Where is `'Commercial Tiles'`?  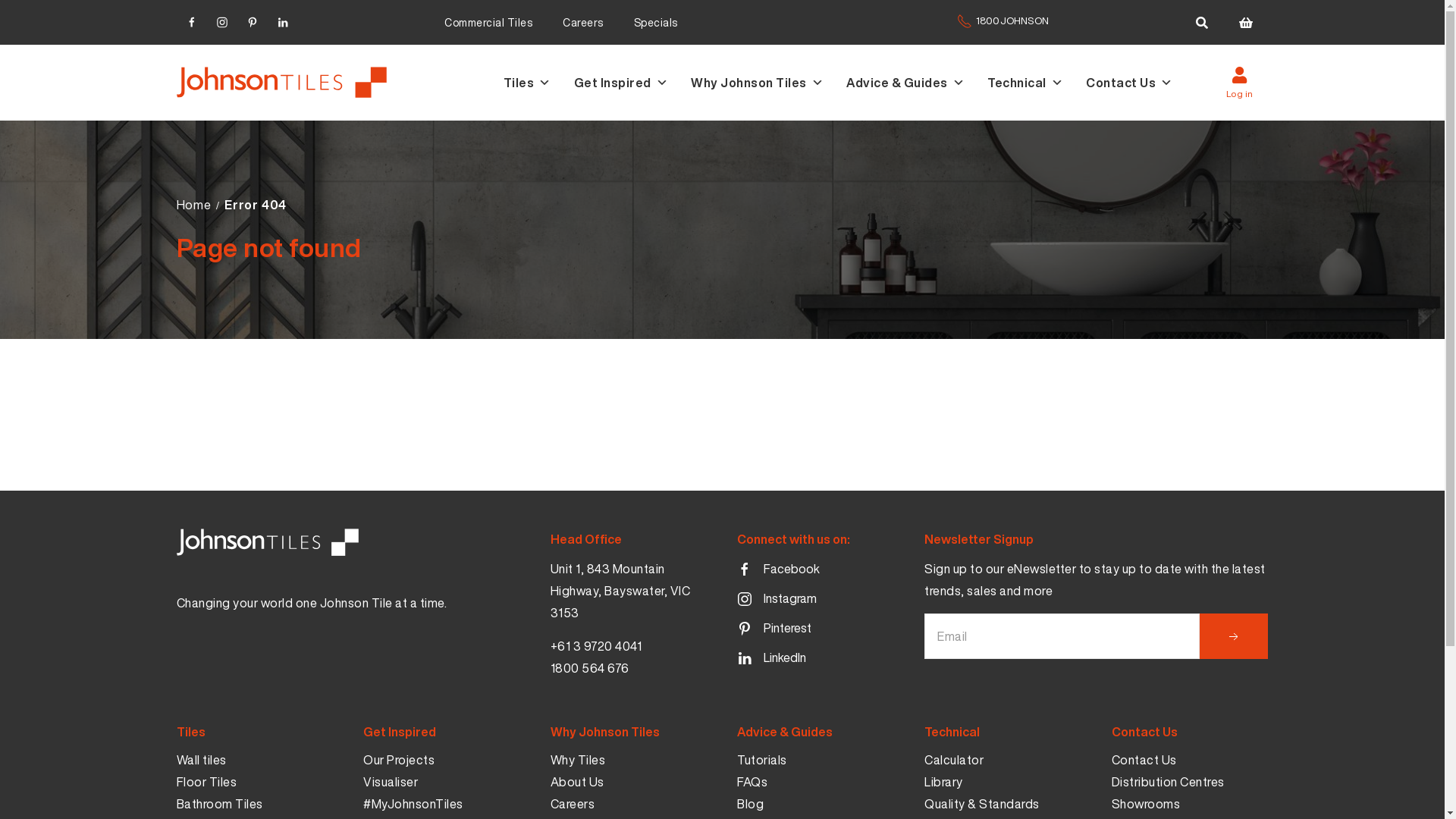
'Commercial Tiles' is located at coordinates (488, 22).